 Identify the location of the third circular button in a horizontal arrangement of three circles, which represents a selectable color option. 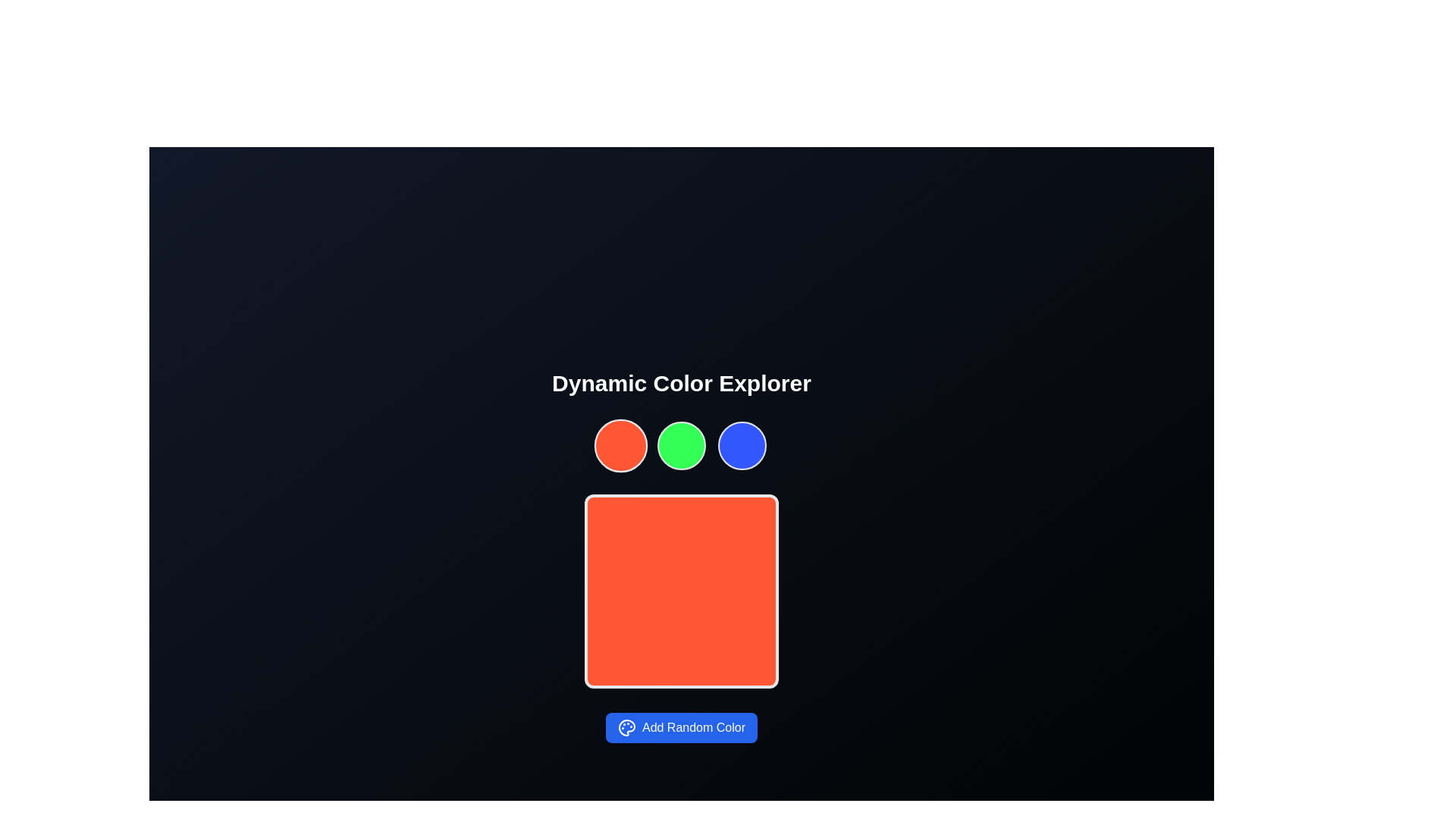
(742, 444).